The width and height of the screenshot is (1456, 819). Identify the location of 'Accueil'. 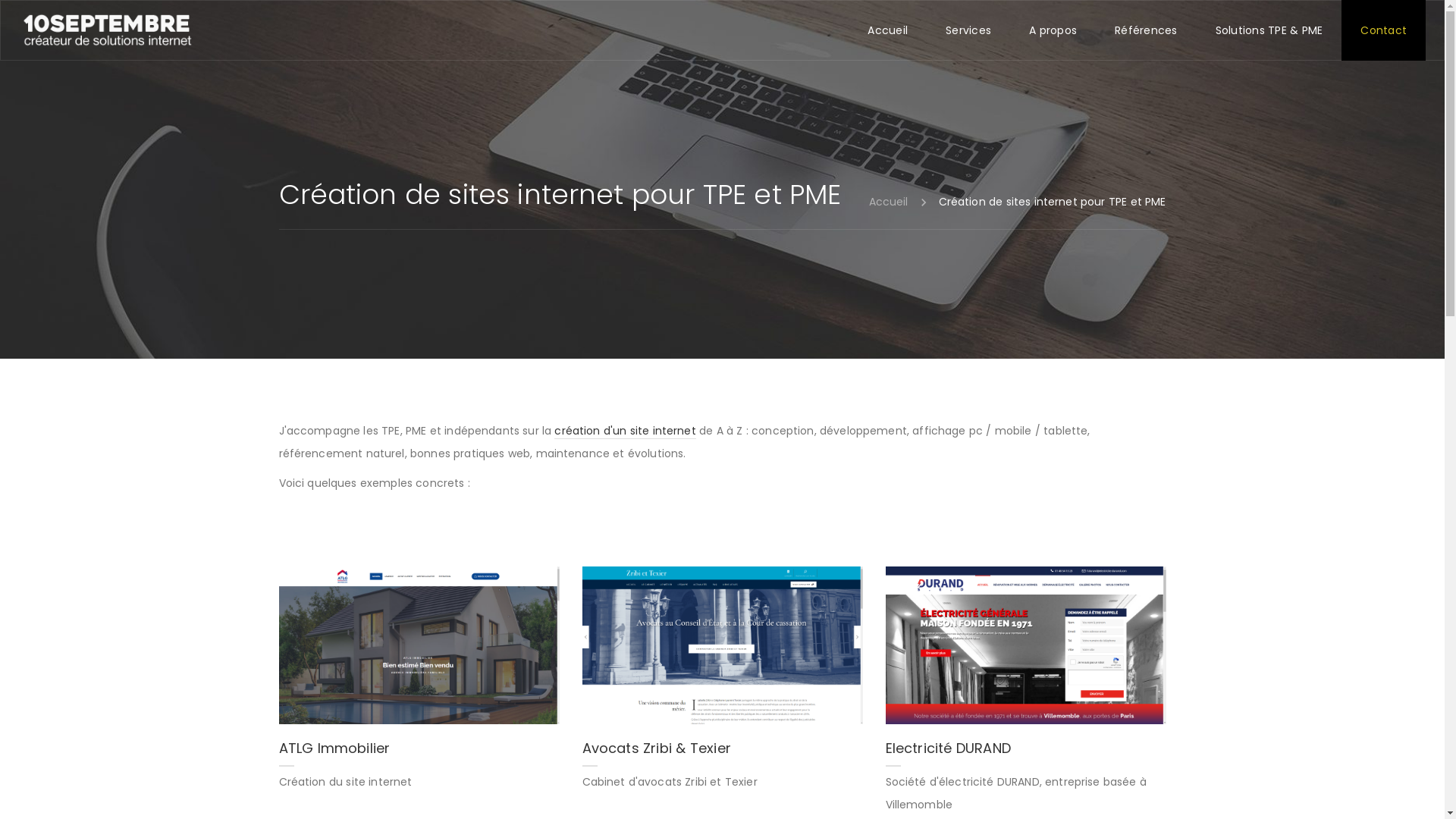
(887, 30).